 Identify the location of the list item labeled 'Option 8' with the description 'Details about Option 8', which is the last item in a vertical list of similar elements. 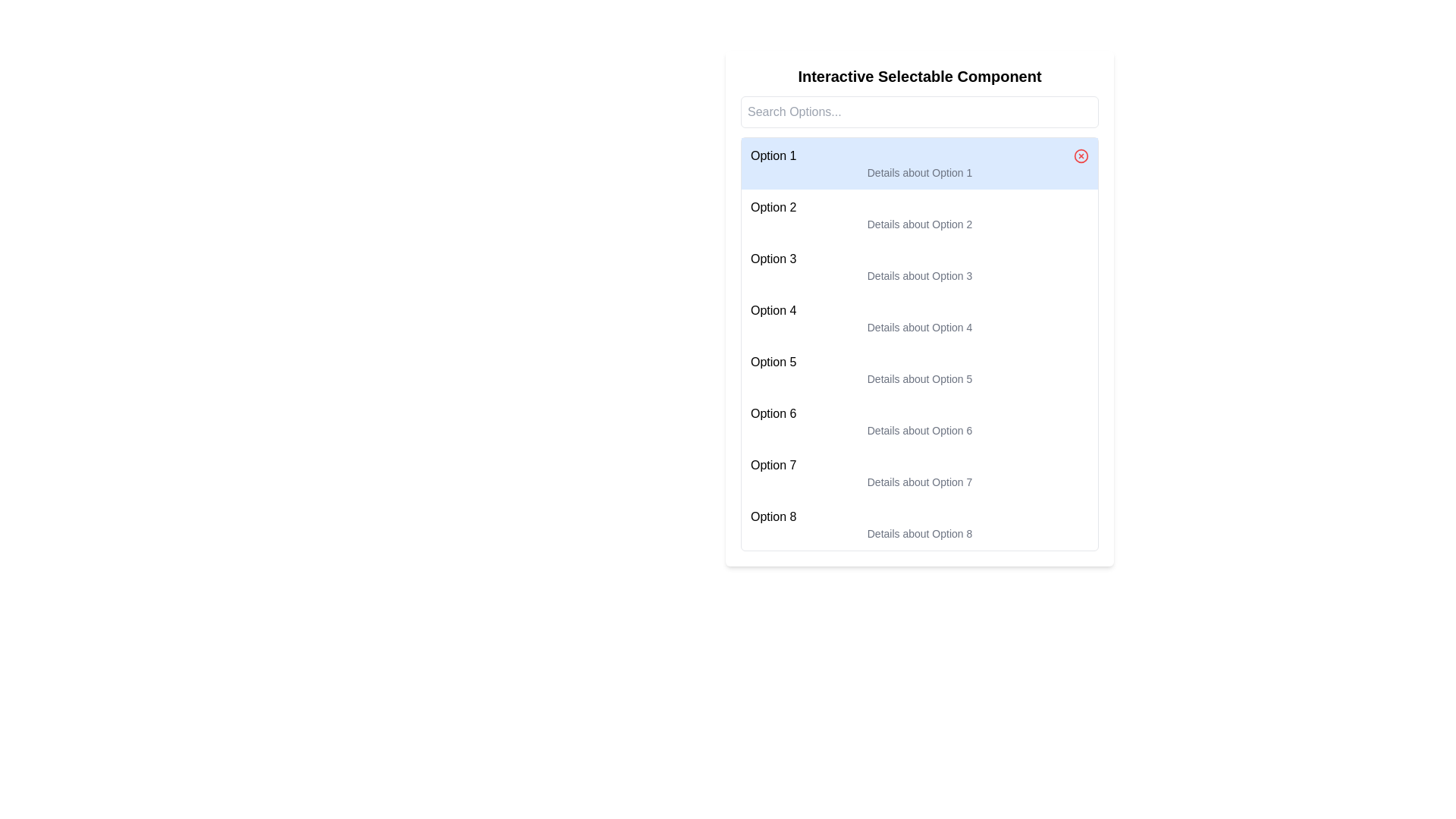
(919, 523).